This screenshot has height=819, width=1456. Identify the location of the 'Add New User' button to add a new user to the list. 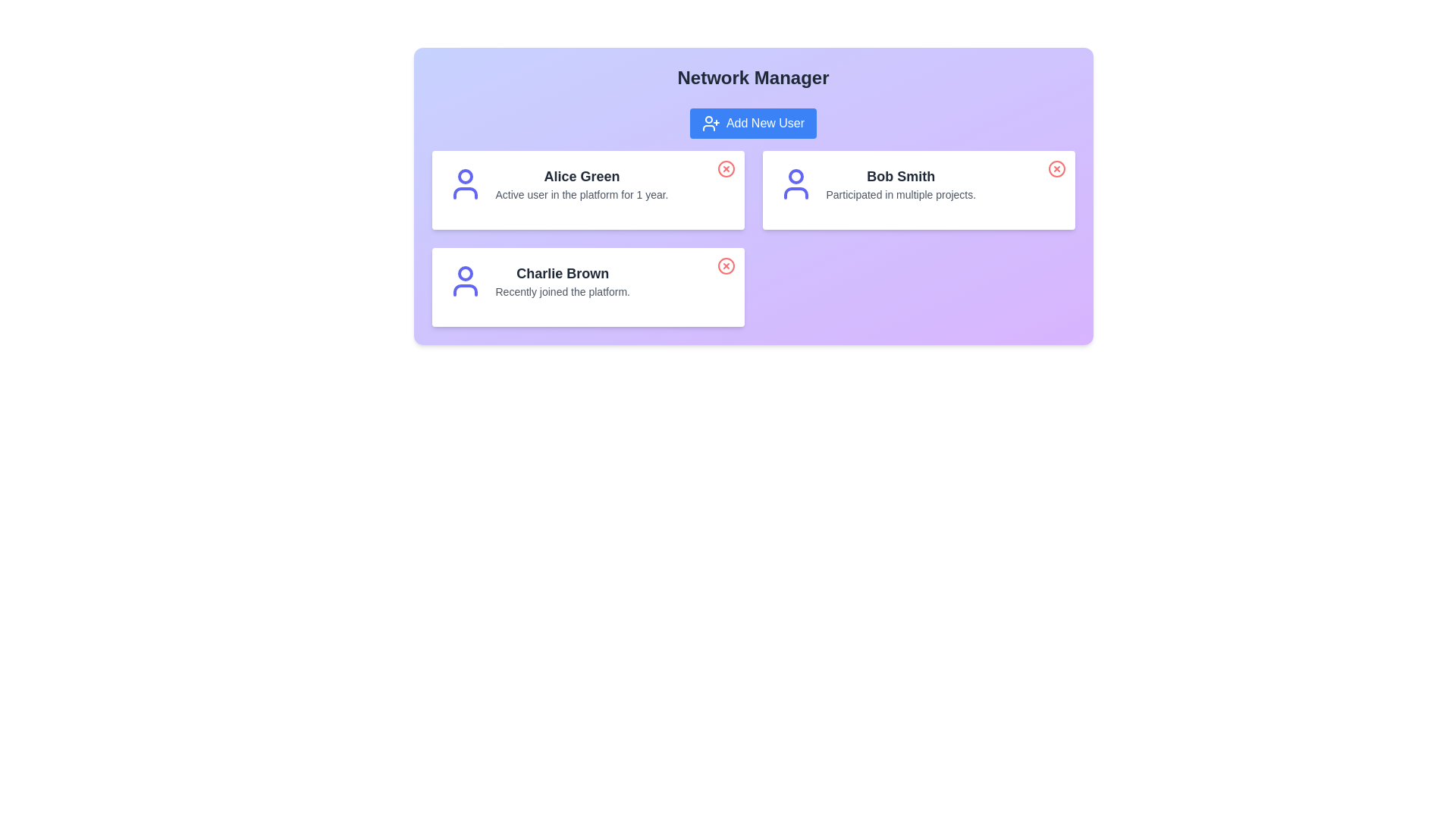
(753, 122).